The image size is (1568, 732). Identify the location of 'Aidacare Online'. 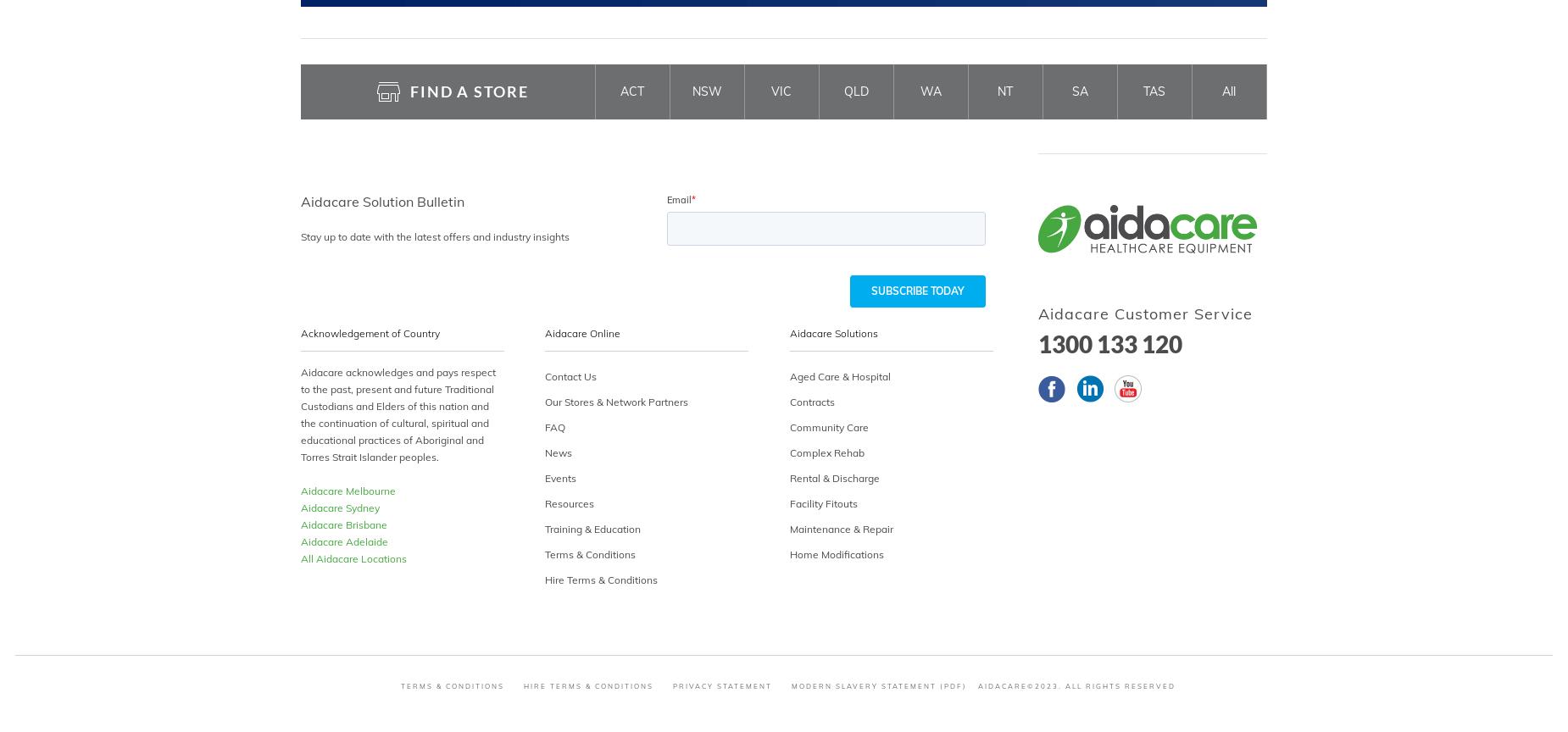
(582, 332).